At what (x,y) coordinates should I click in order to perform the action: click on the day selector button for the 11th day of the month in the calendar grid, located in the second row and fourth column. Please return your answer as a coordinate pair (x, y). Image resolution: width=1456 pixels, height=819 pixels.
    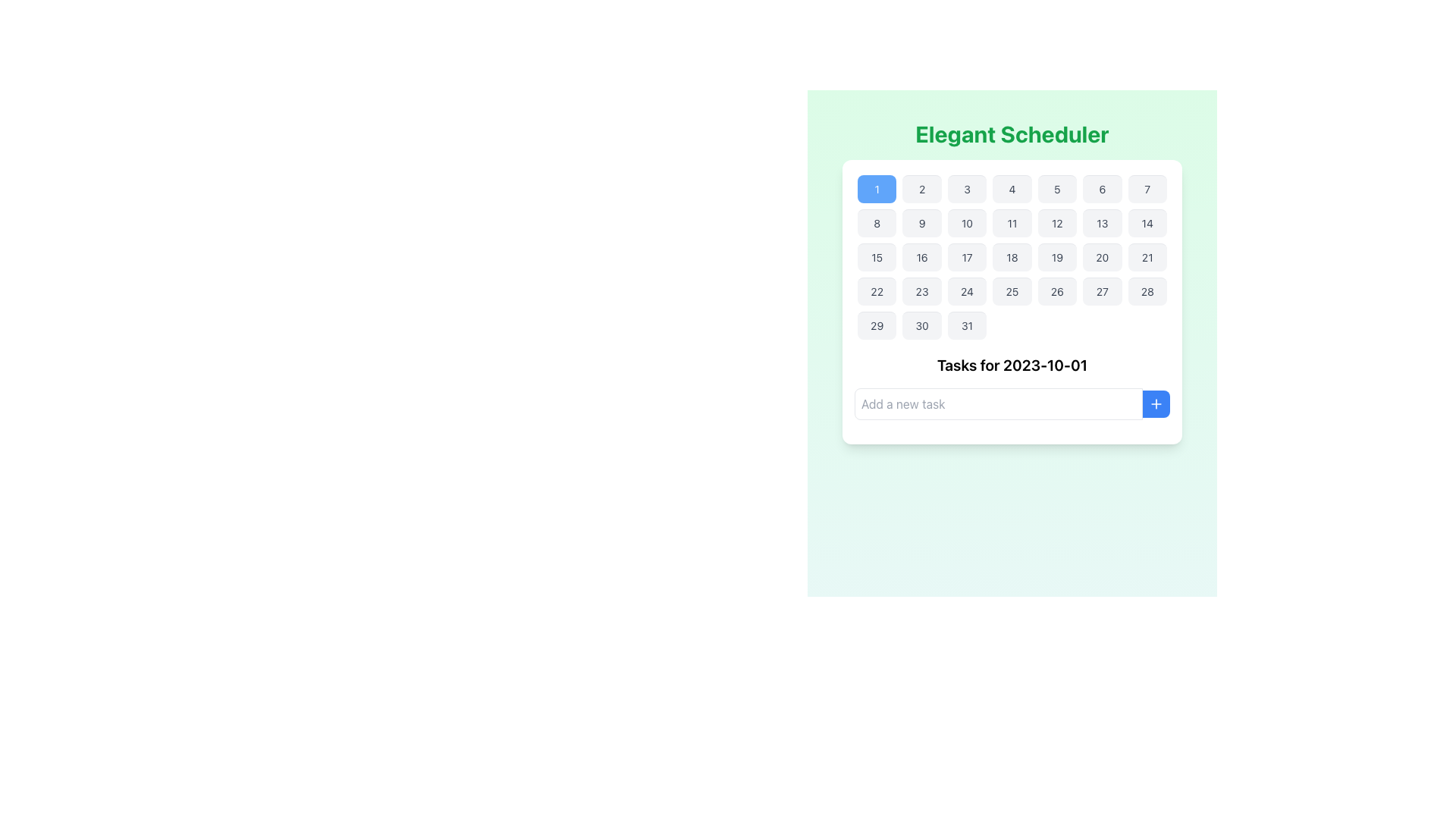
    Looking at the image, I should click on (1012, 223).